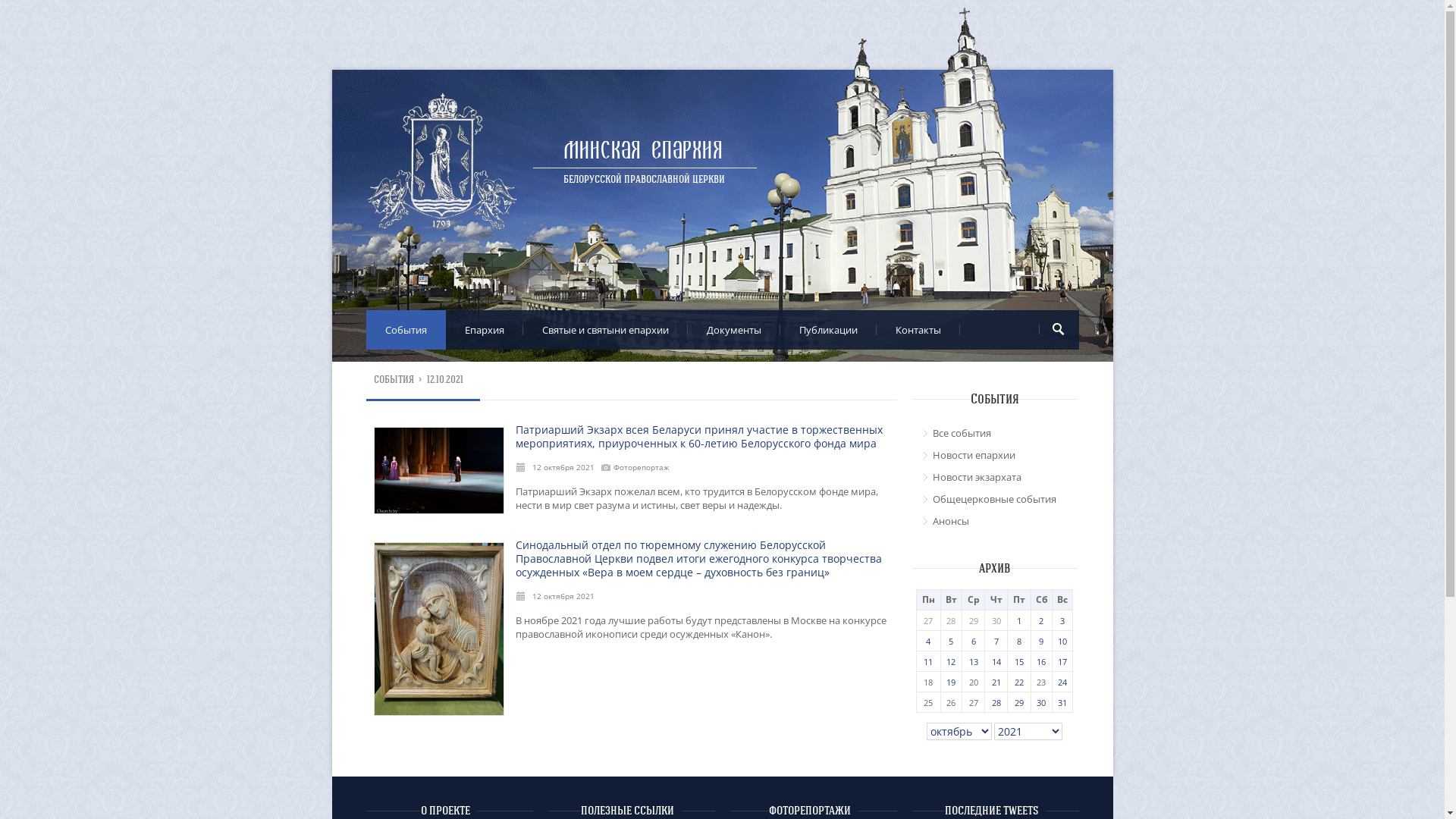 The image size is (1456, 819). What do you see at coordinates (425, 378) in the screenshot?
I see `'12.10.2021'` at bounding box center [425, 378].